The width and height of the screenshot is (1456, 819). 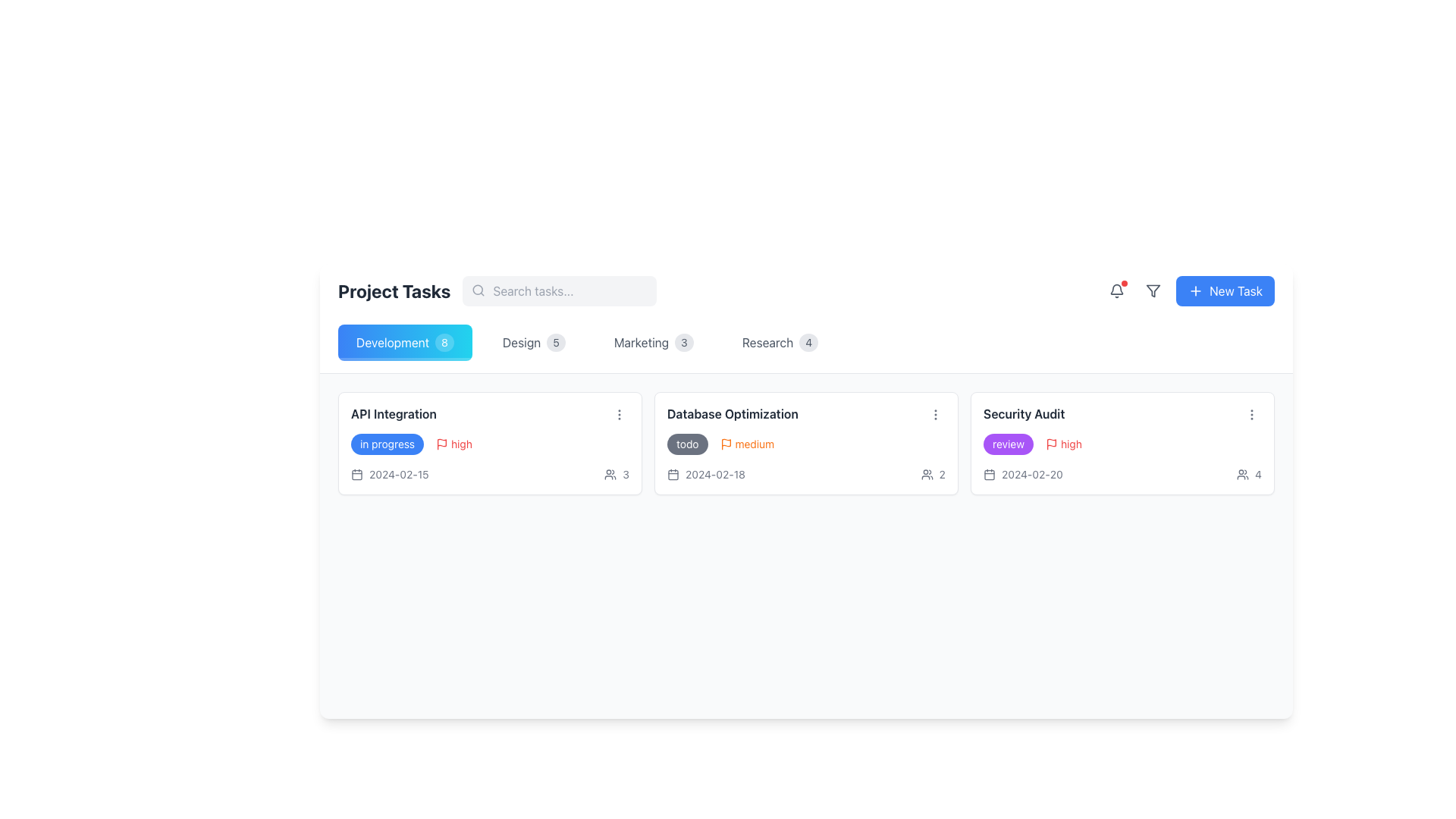 I want to click on the vertically-aligned ellipsis icon located in the upper-right corner of the 'Database Optimization' card, so click(x=619, y=415).